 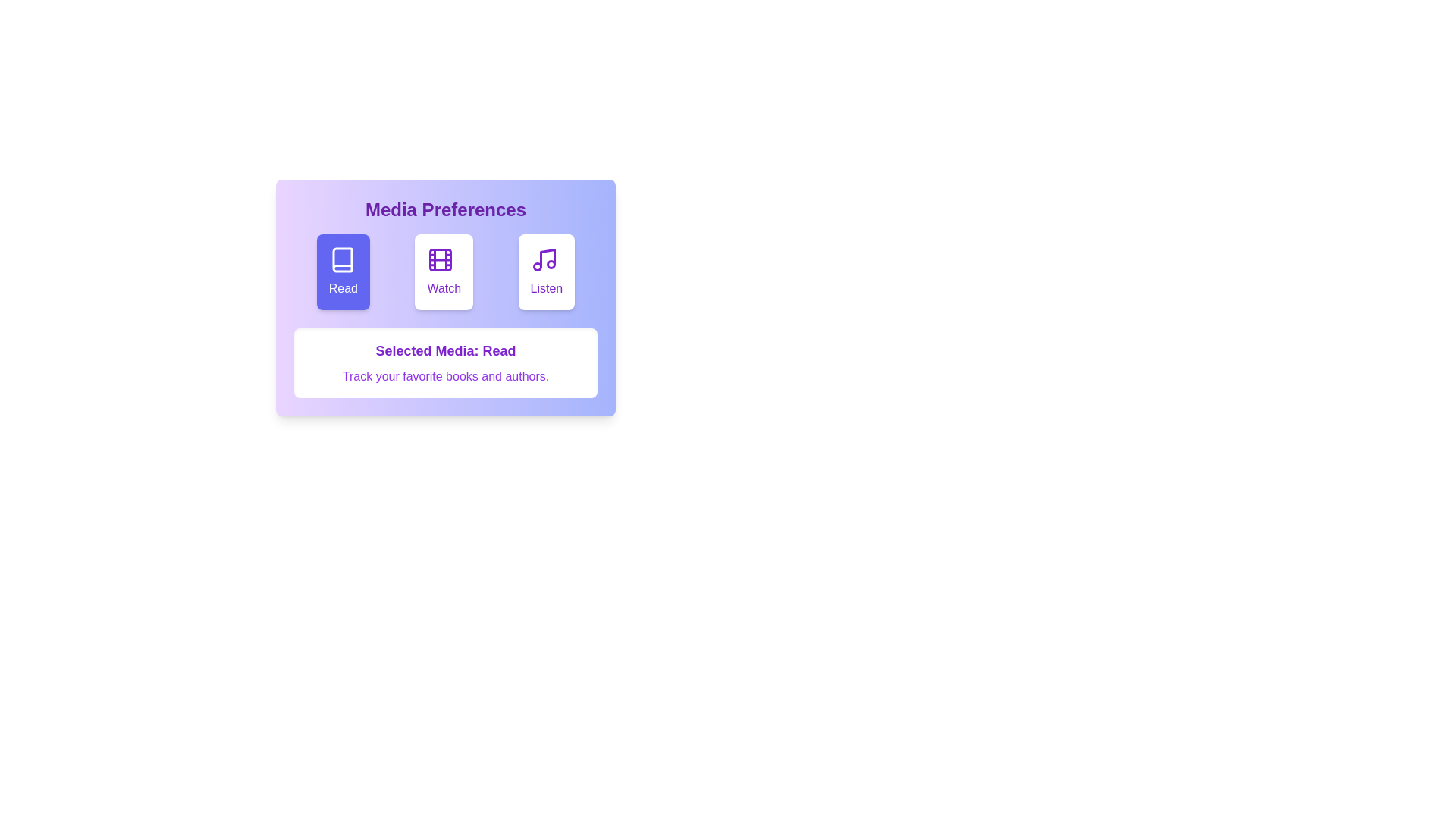 I want to click on the media type Read by clicking on the corresponding button, so click(x=342, y=271).